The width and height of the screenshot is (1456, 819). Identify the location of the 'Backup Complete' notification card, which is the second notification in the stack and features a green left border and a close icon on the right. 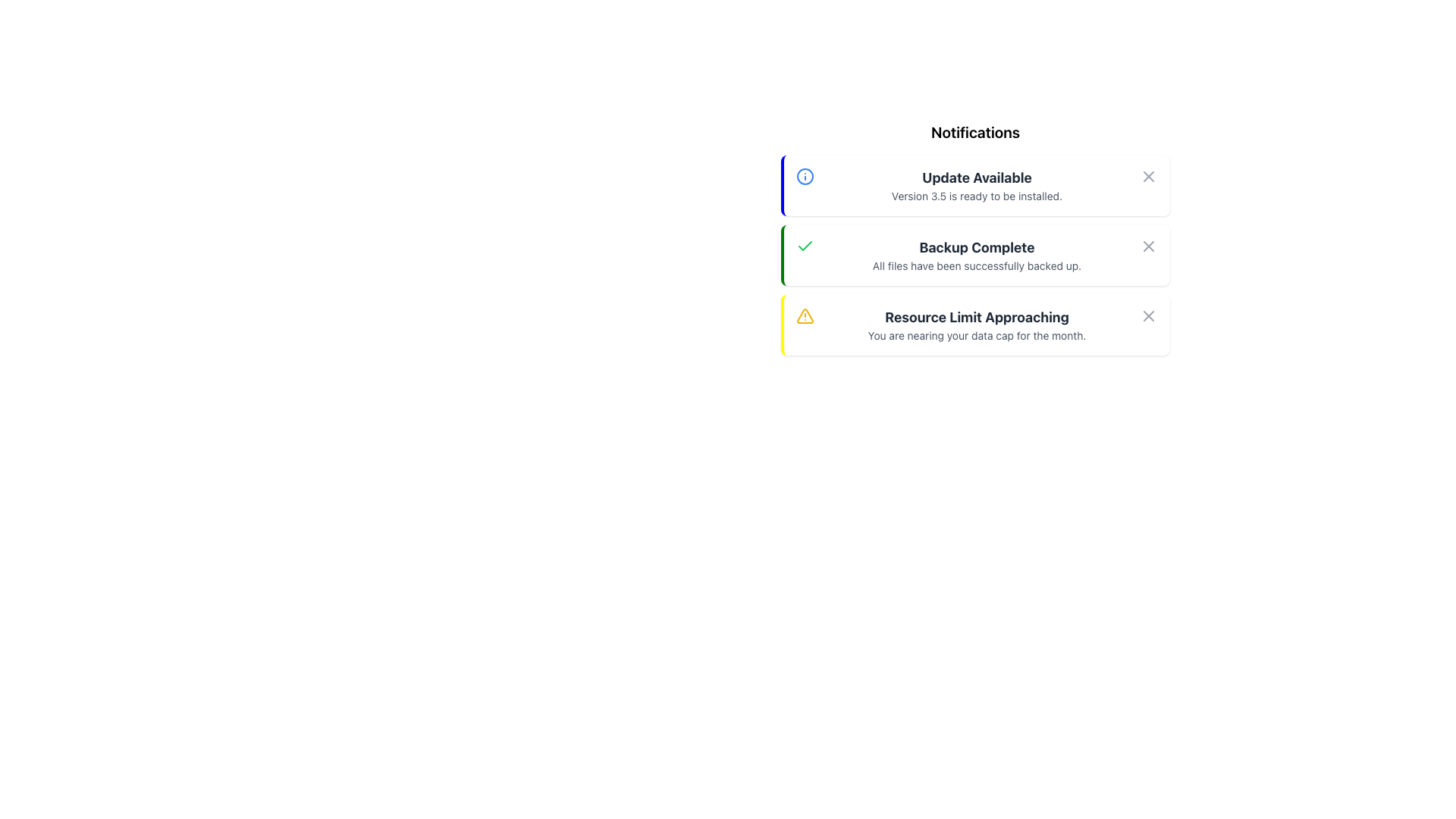
(975, 254).